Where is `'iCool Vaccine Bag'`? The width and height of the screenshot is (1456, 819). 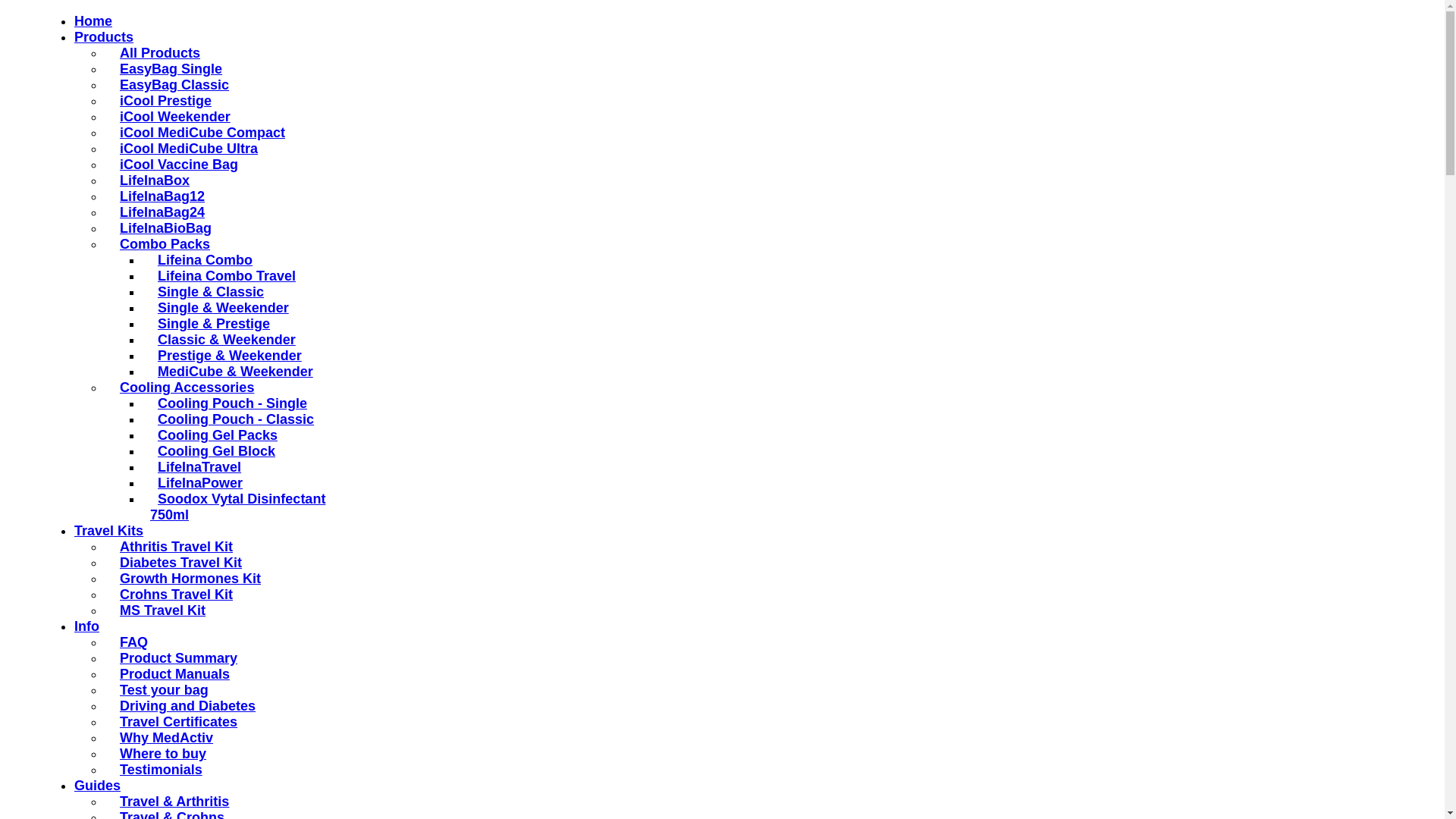 'iCool Vaccine Bag' is located at coordinates (174, 164).